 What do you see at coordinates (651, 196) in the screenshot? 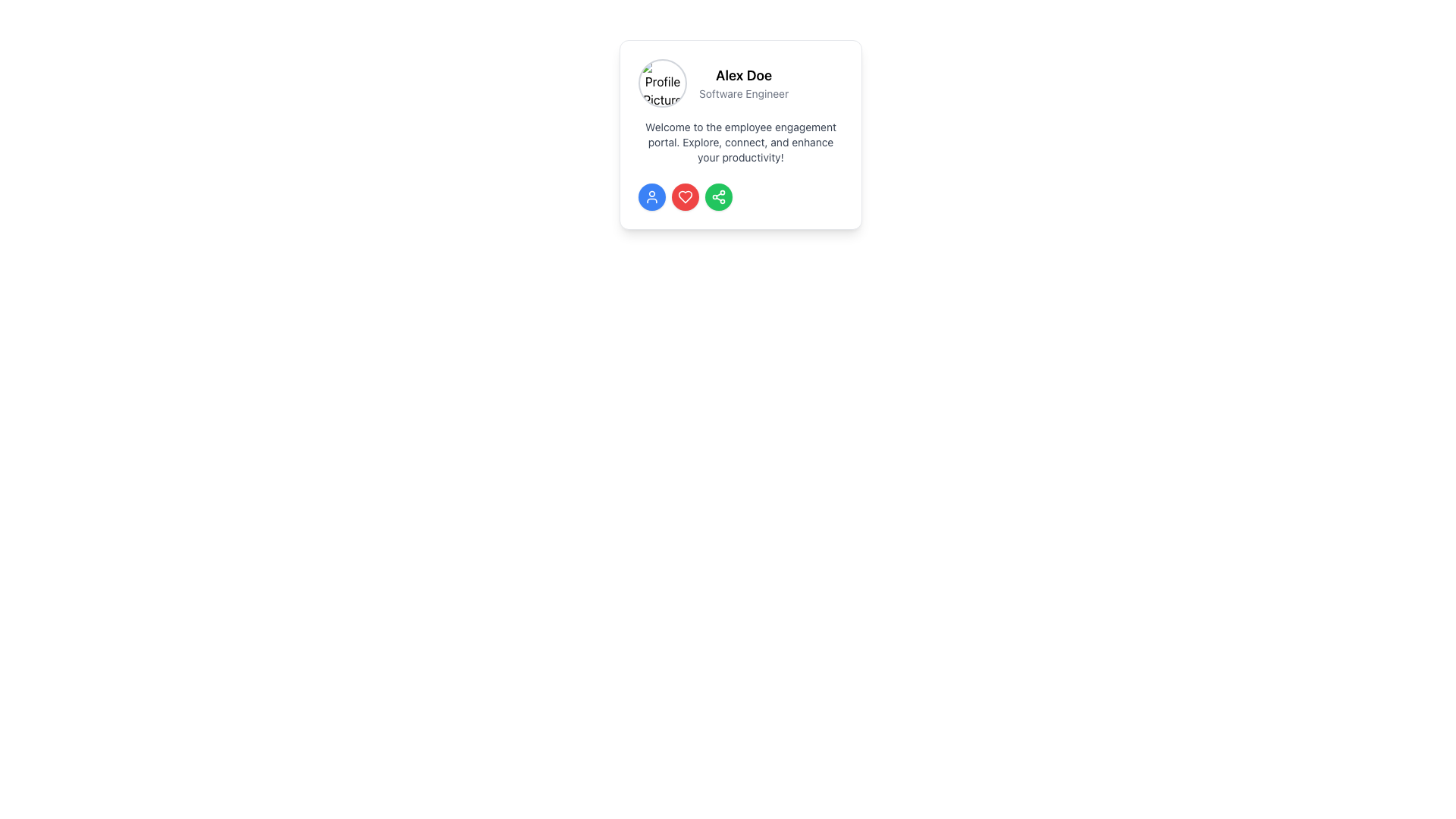
I see `the circular button with a blue background and a white user icon, located at the bottom center of the card interface` at bounding box center [651, 196].